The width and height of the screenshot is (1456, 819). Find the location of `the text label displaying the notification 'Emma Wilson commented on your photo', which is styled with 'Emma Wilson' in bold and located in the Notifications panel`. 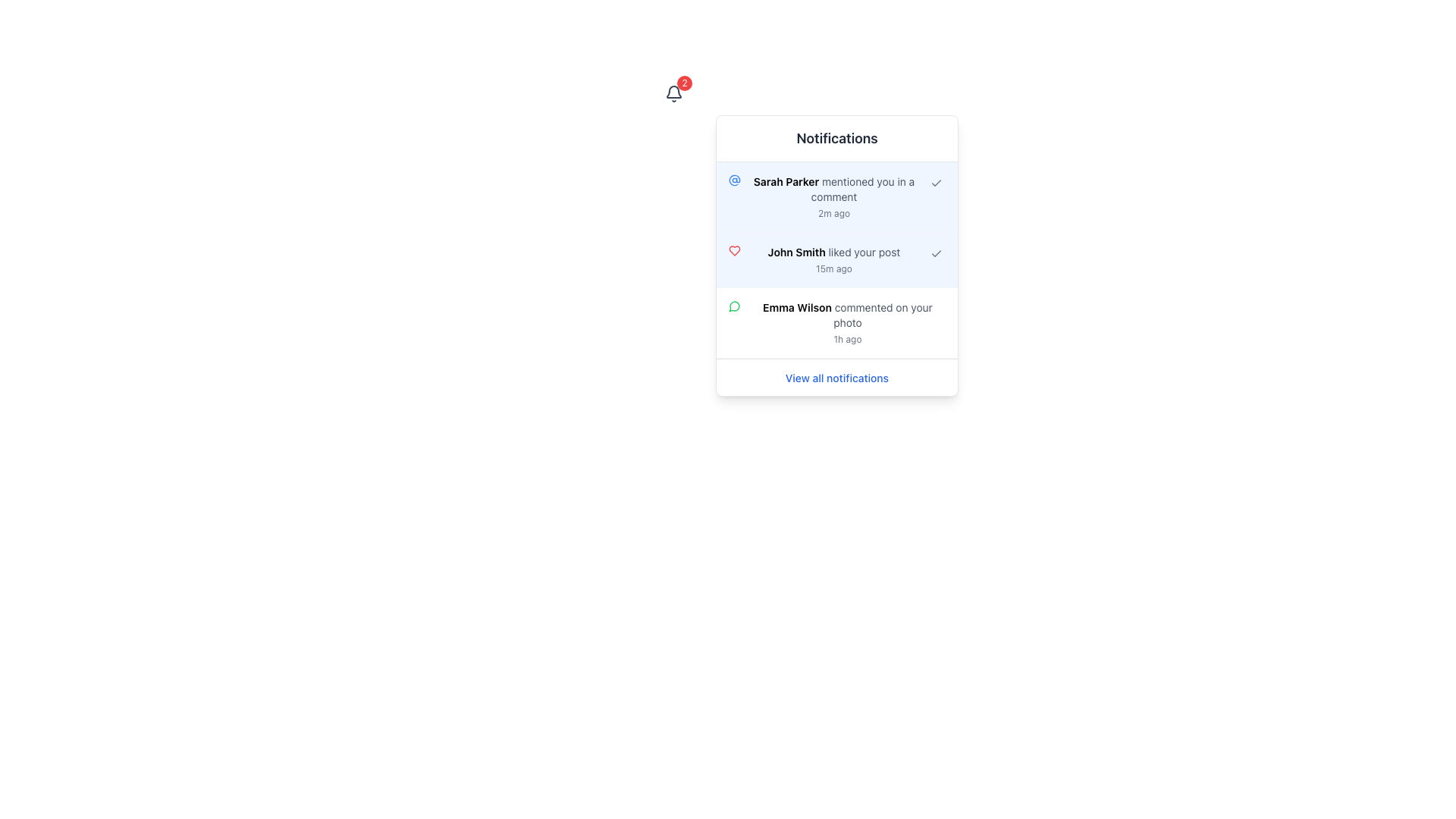

the text label displaying the notification 'Emma Wilson commented on your photo', which is styled with 'Emma Wilson' in bold and located in the Notifications panel is located at coordinates (847, 315).